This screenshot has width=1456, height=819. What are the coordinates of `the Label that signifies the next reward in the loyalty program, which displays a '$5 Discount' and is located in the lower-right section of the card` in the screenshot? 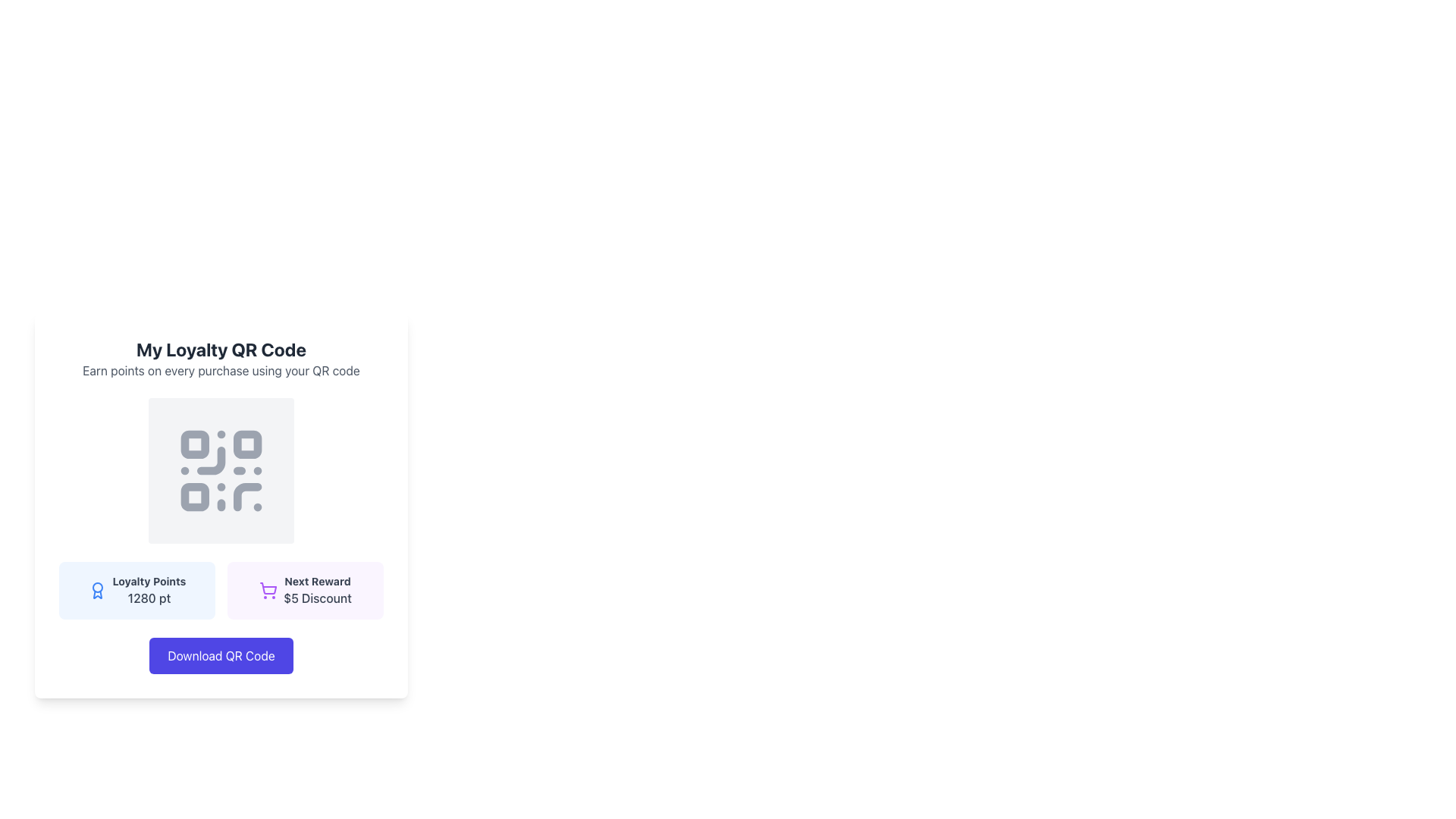 It's located at (316, 590).